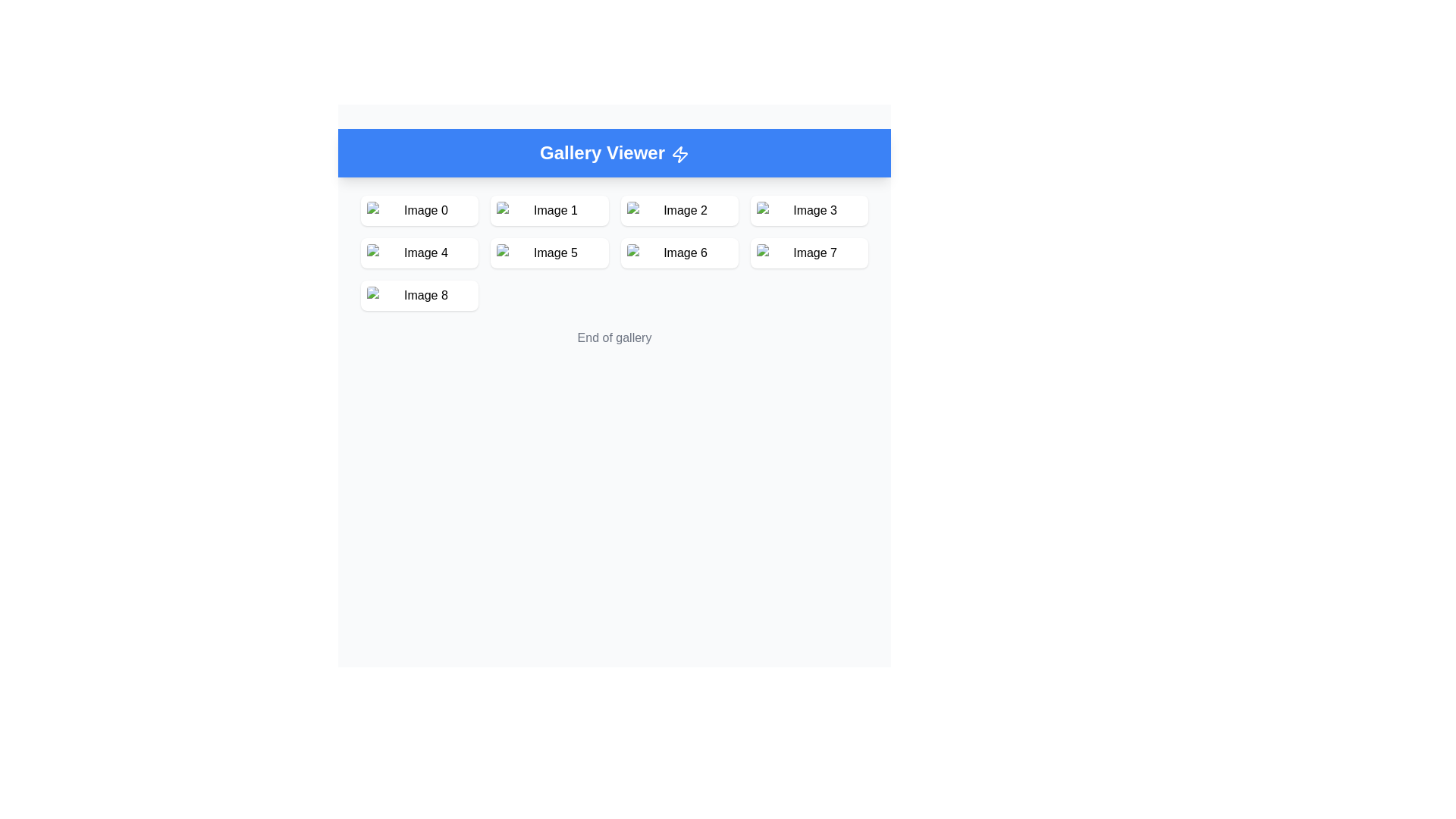 This screenshot has width=1456, height=819. I want to click on the image placeholder labeled 'Image 6' located in the sixth slot of the gallery grid in the second row and third column, so click(679, 253).